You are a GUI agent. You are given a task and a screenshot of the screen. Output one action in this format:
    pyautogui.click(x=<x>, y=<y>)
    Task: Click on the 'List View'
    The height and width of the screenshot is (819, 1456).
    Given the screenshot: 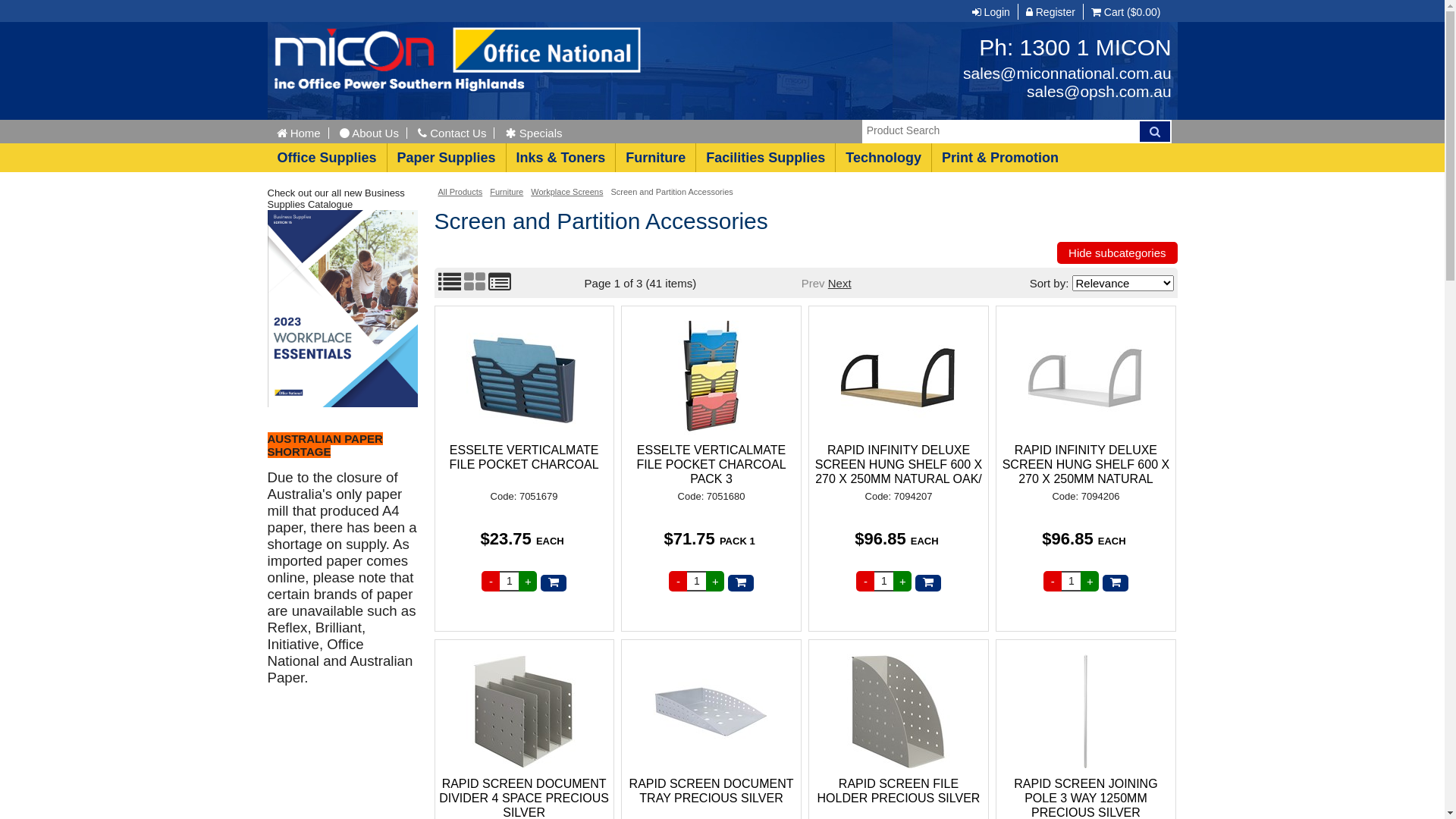 What is the action you would take?
    pyautogui.click(x=449, y=286)
    